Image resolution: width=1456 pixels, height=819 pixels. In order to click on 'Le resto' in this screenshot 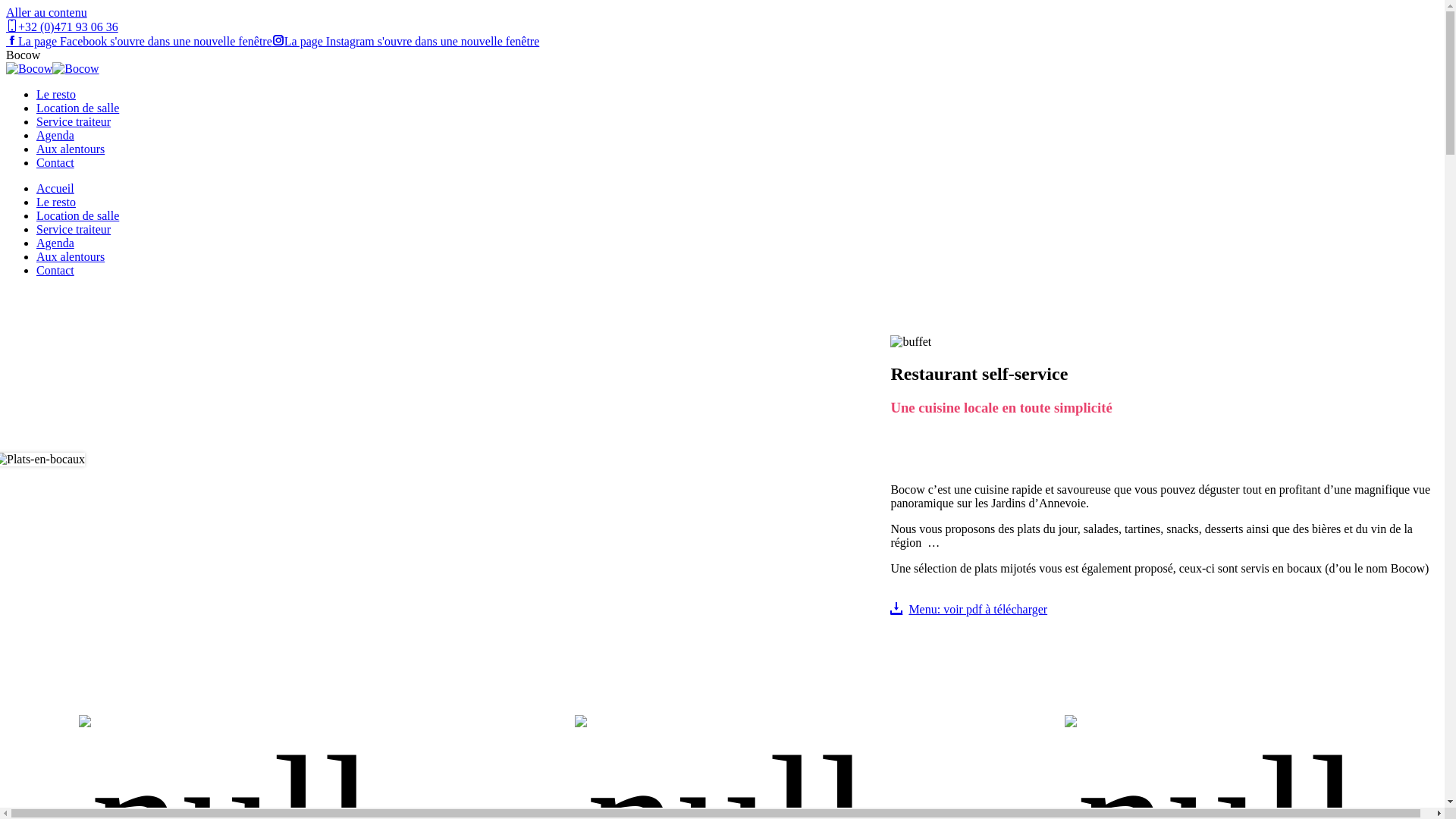, I will do `click(36, 201)`.